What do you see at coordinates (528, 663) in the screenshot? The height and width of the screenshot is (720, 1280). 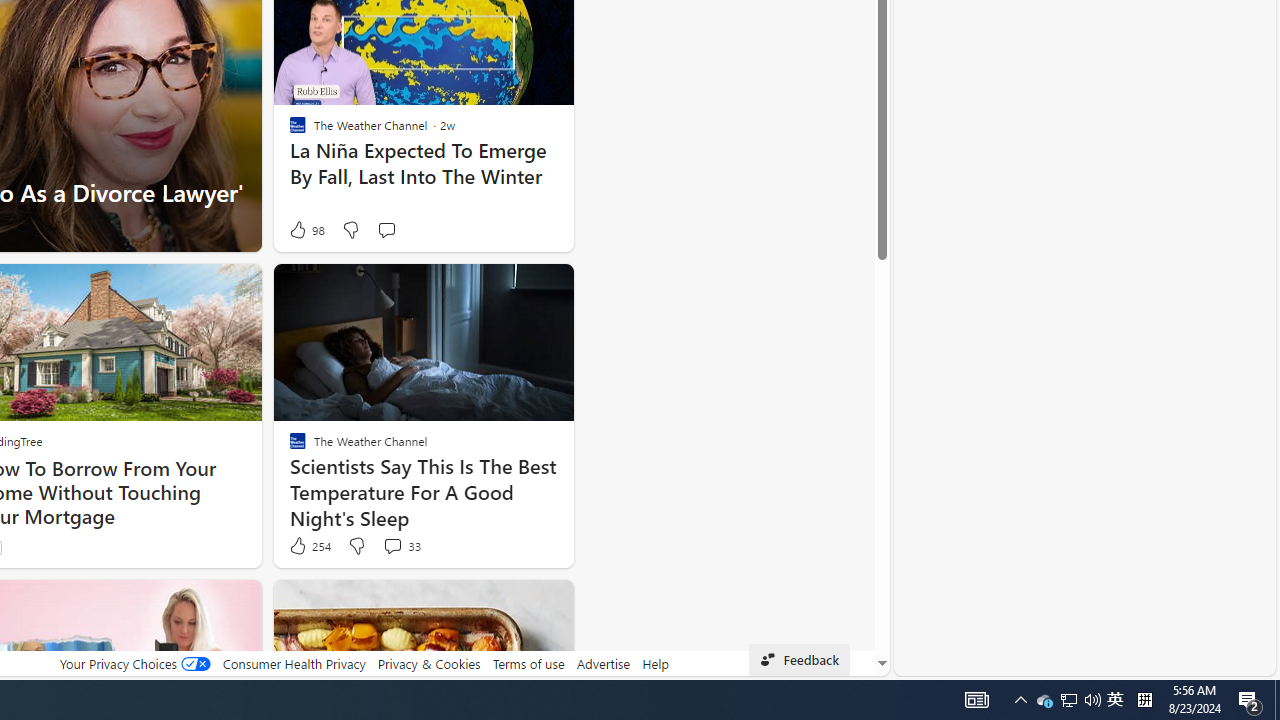 I see `'Terms of use'` at bounding box center [528, 663].